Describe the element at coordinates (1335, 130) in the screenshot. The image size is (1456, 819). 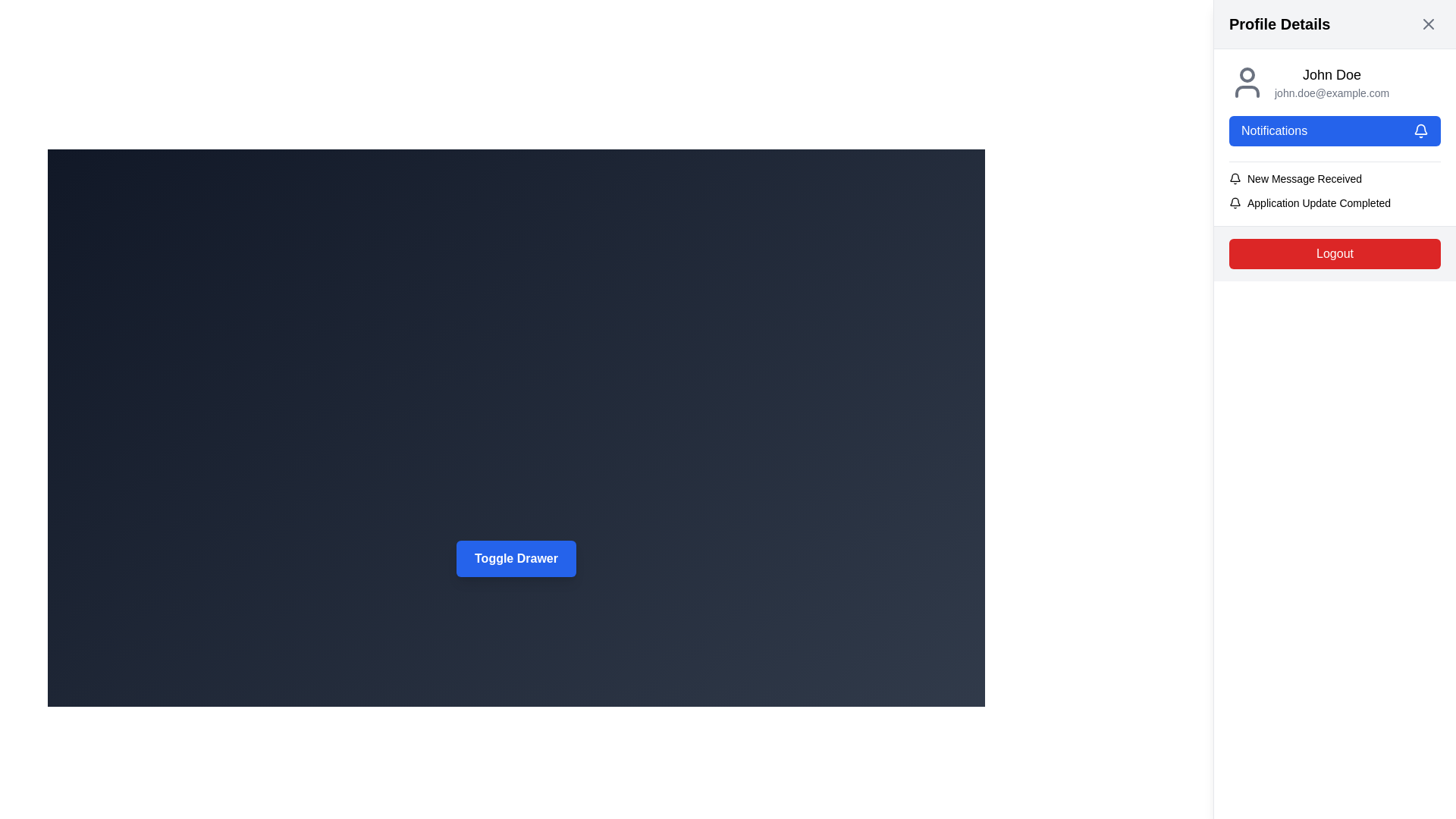
I see `the button located in the Profile Details sidebar below the user information section` at that location.